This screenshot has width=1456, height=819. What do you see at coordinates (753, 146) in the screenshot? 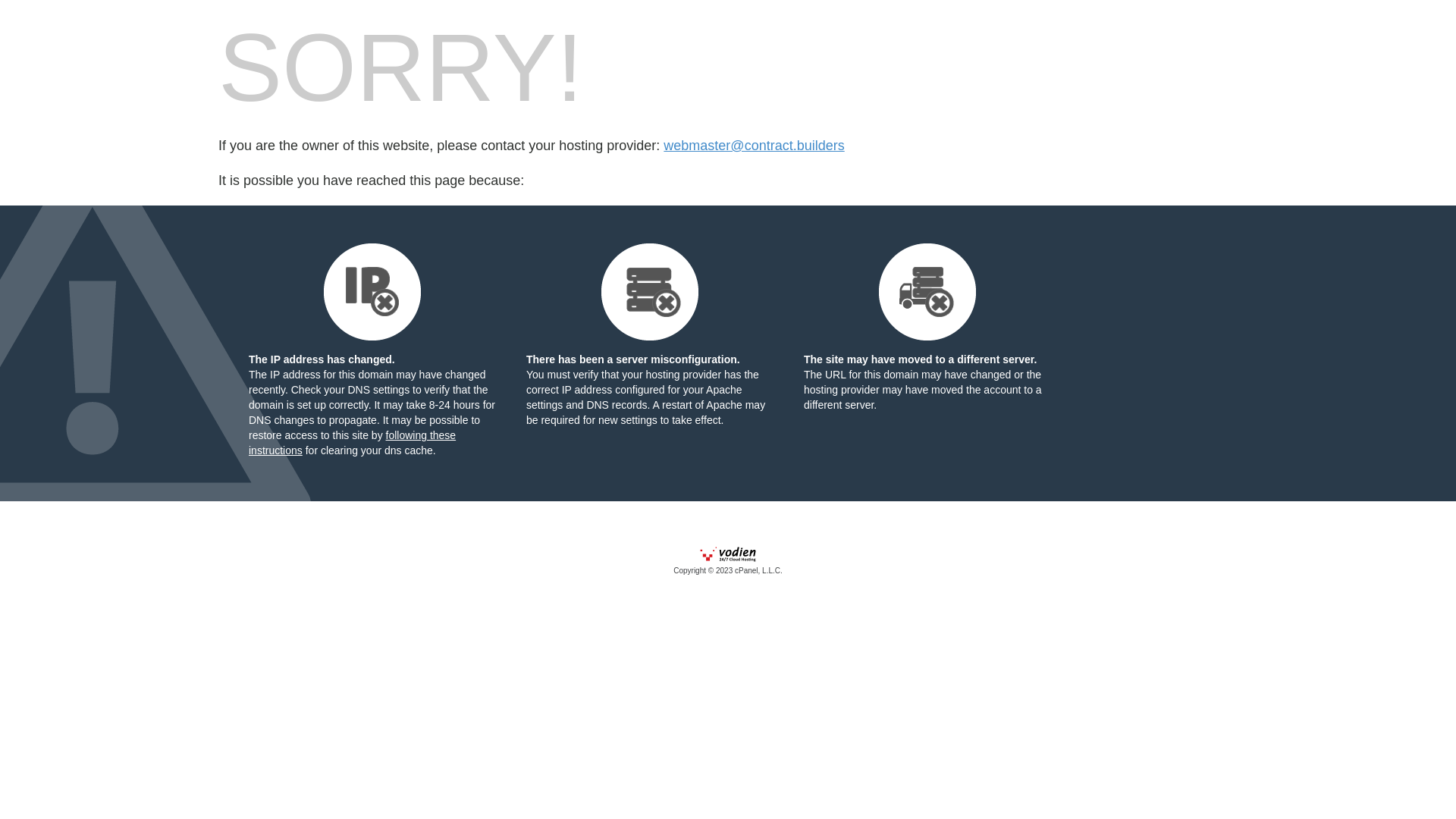
I see `'webmaster@contract.builders'` at bounding box center [753, 146].